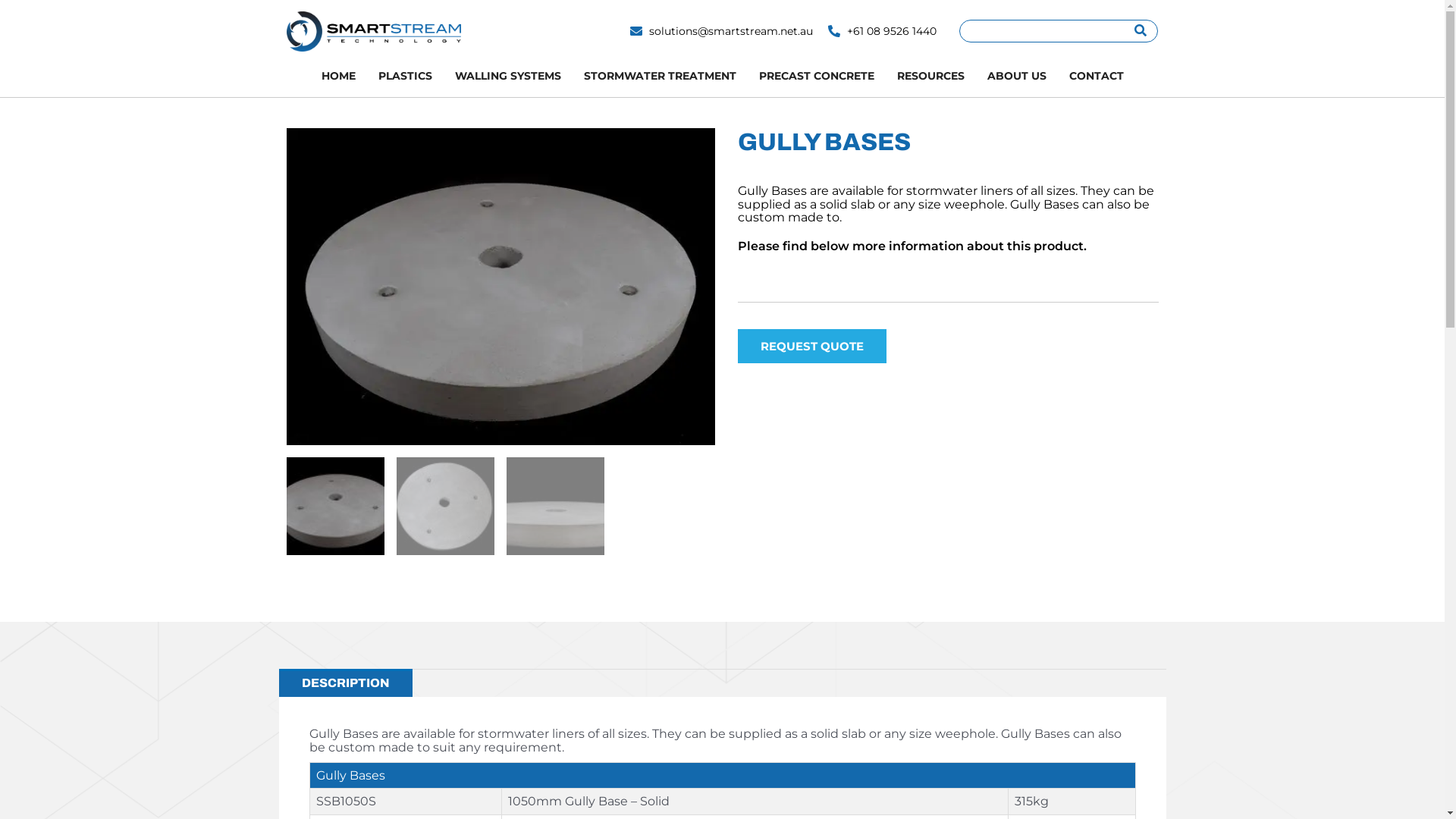  Describe the element at coordinates (720, 31) in the screenshot. I see `'solutions@smartstream.net.au'` at that location.